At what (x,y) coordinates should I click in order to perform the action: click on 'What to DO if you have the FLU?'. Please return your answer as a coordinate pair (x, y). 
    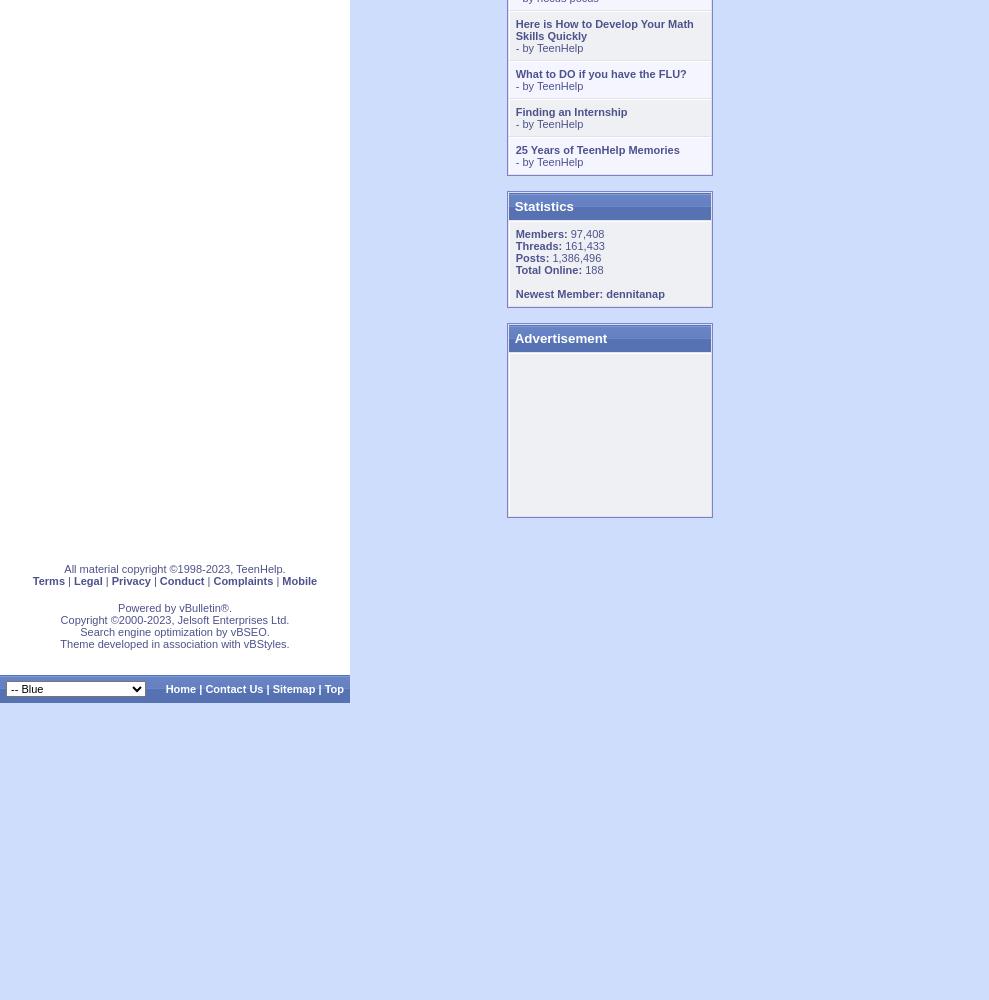
    Looking at the image, I should click on (599, 73).